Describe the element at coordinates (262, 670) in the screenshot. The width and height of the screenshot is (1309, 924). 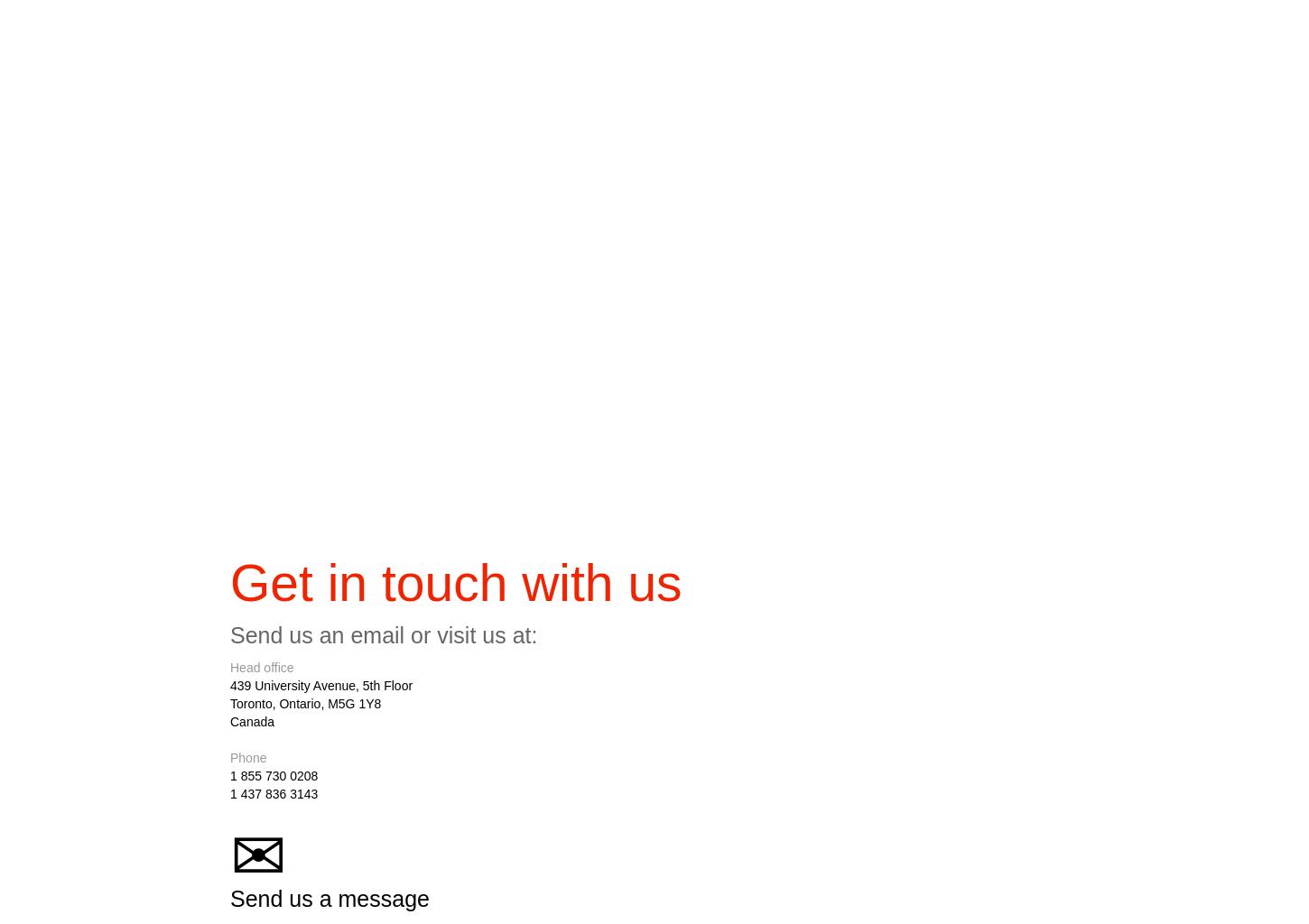
I see `'Head office'` at that location.